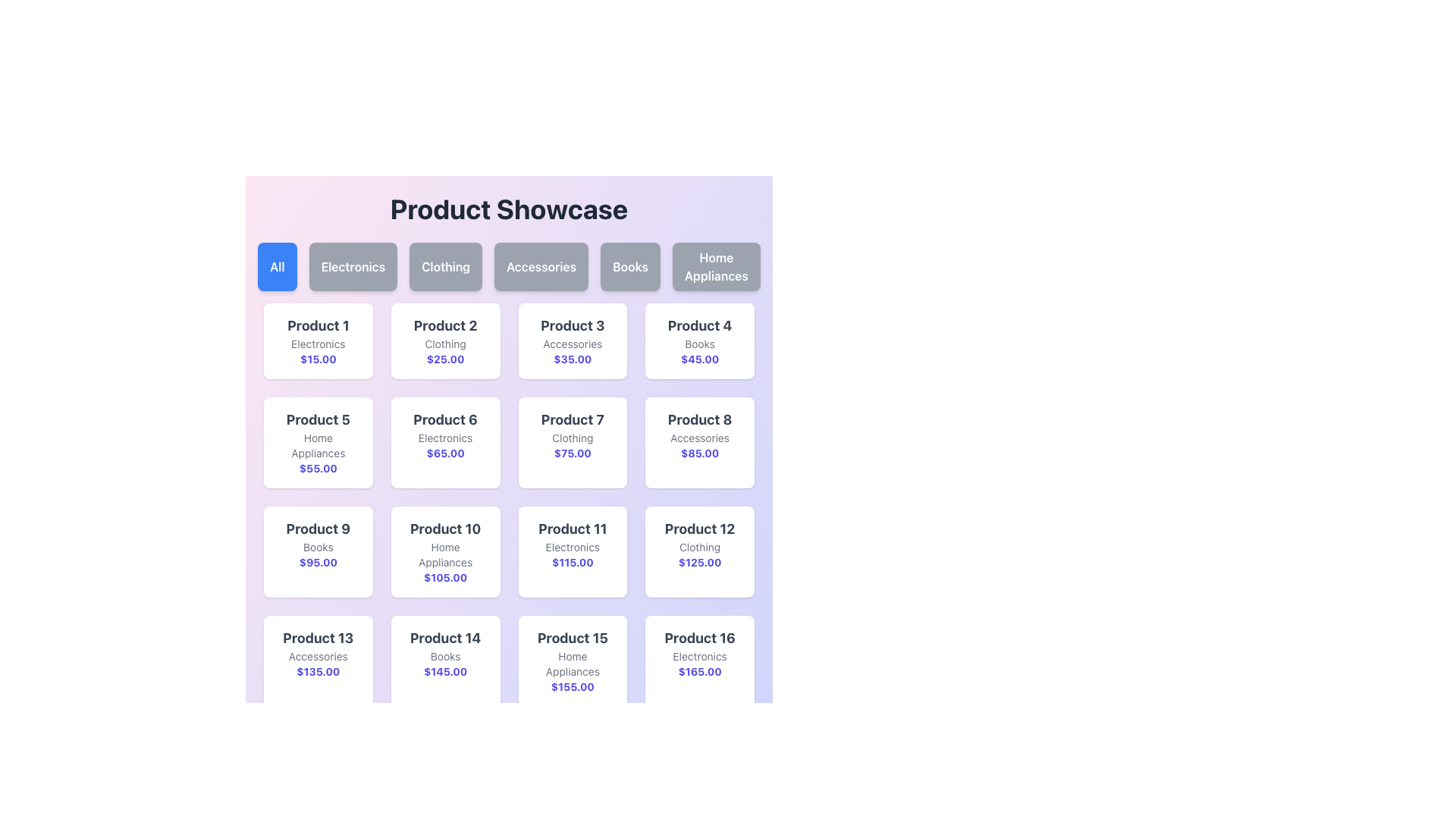 Image resolution: width=1456 pixels, height=819 pixels. What do you see at coordinates (572, 638) in the screenshot?
I see `the text label that displays 'Product 15' located at the top of the card in a grid layout` at bounding box center [572, 638].